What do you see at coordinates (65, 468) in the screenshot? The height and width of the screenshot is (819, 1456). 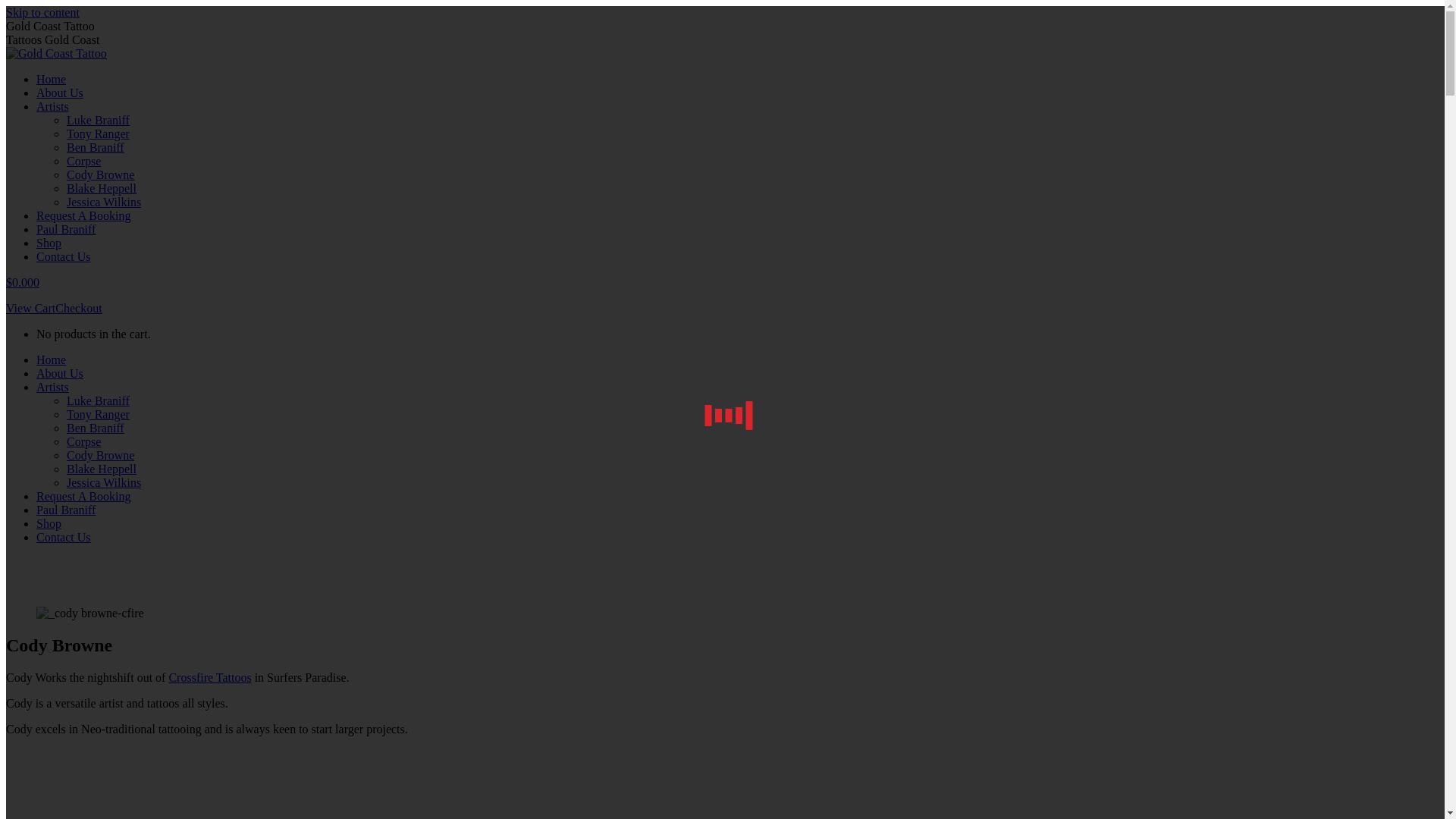 I see `'Blake Heppell'` at bounding box center [65, 468].